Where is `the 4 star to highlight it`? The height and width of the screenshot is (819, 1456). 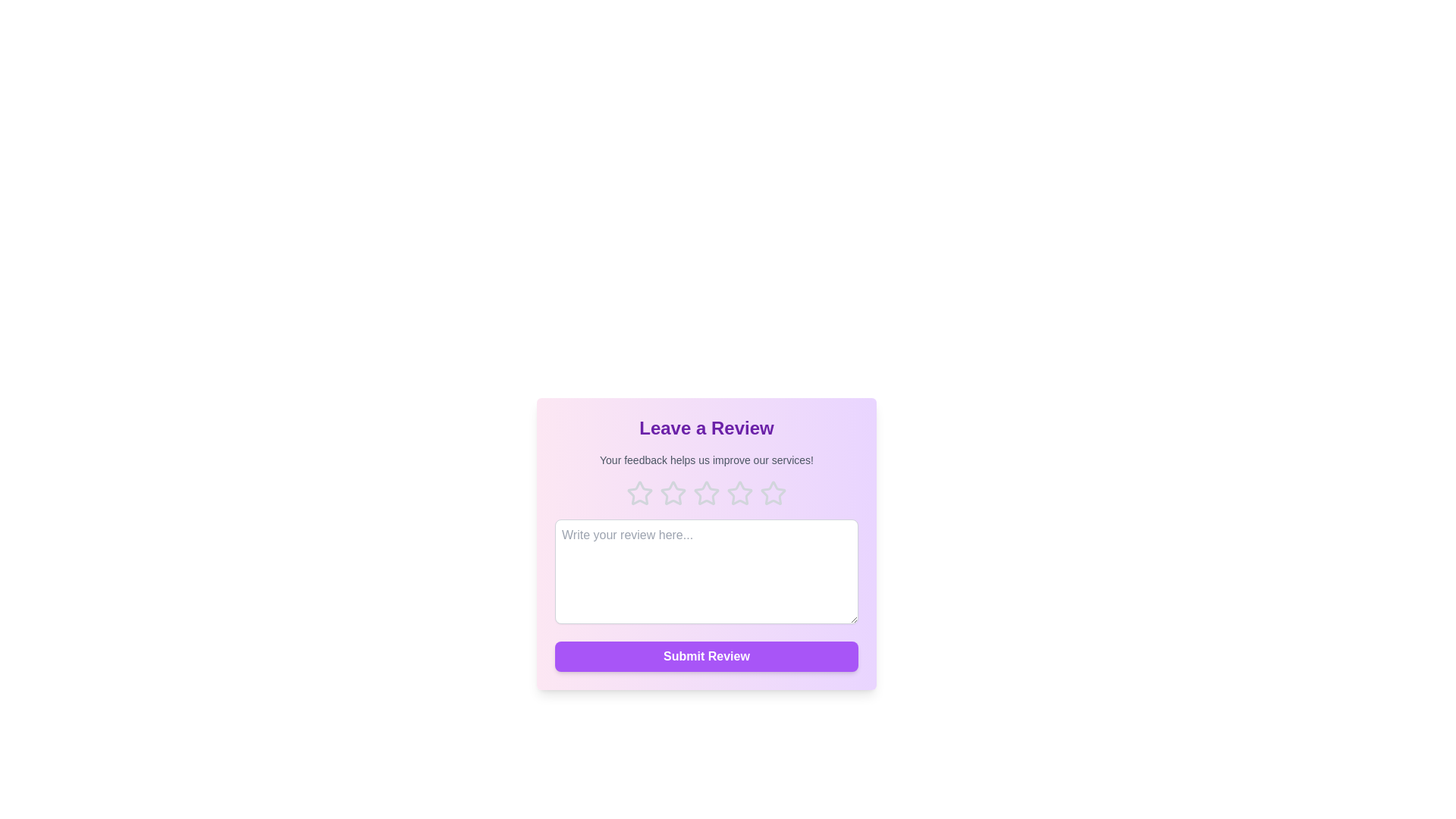
the 4 star to highlight it is located at coordinates (739, 494).